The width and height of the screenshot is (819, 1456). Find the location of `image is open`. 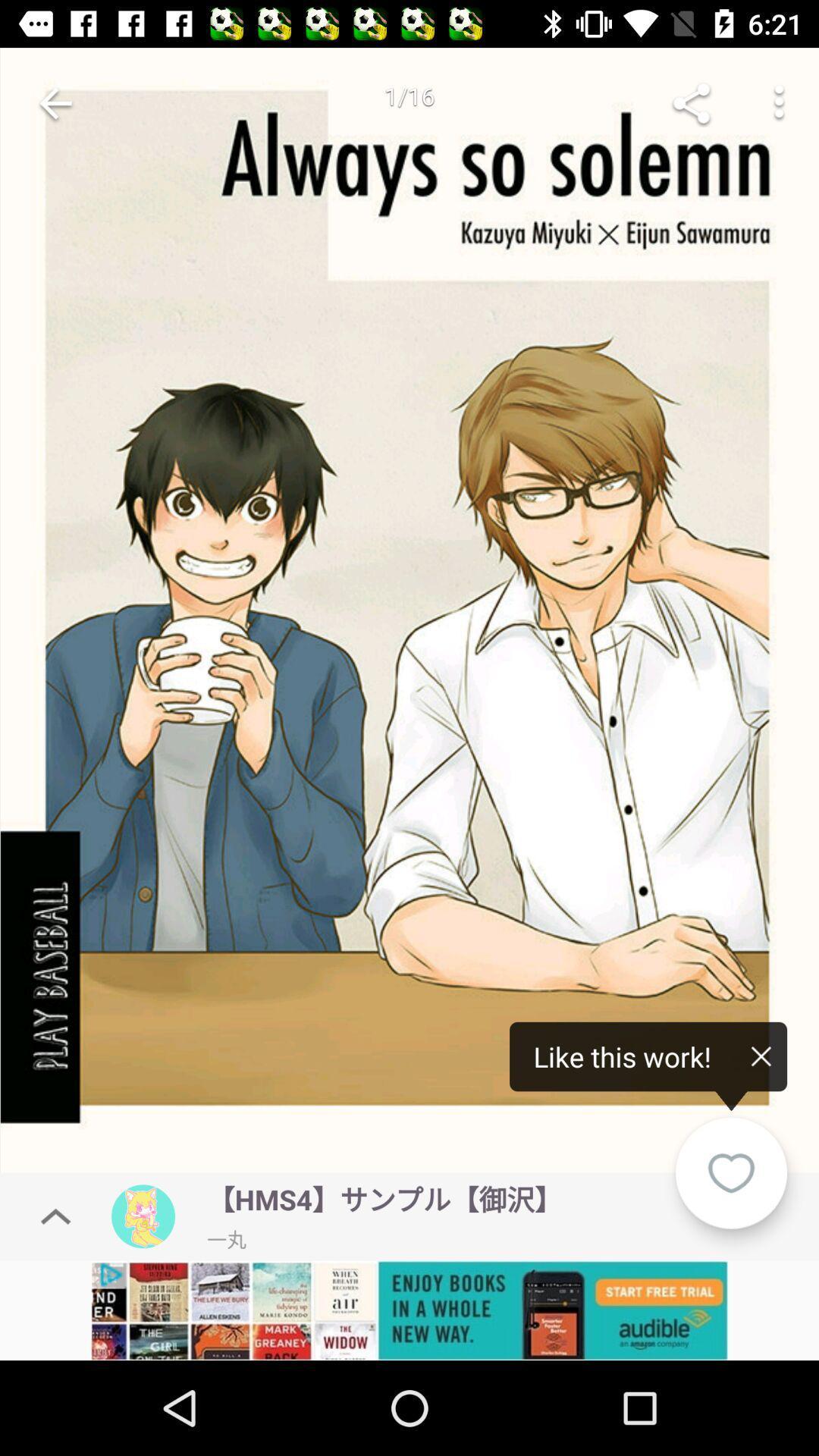

image is open is located at coordinates (409, 614).